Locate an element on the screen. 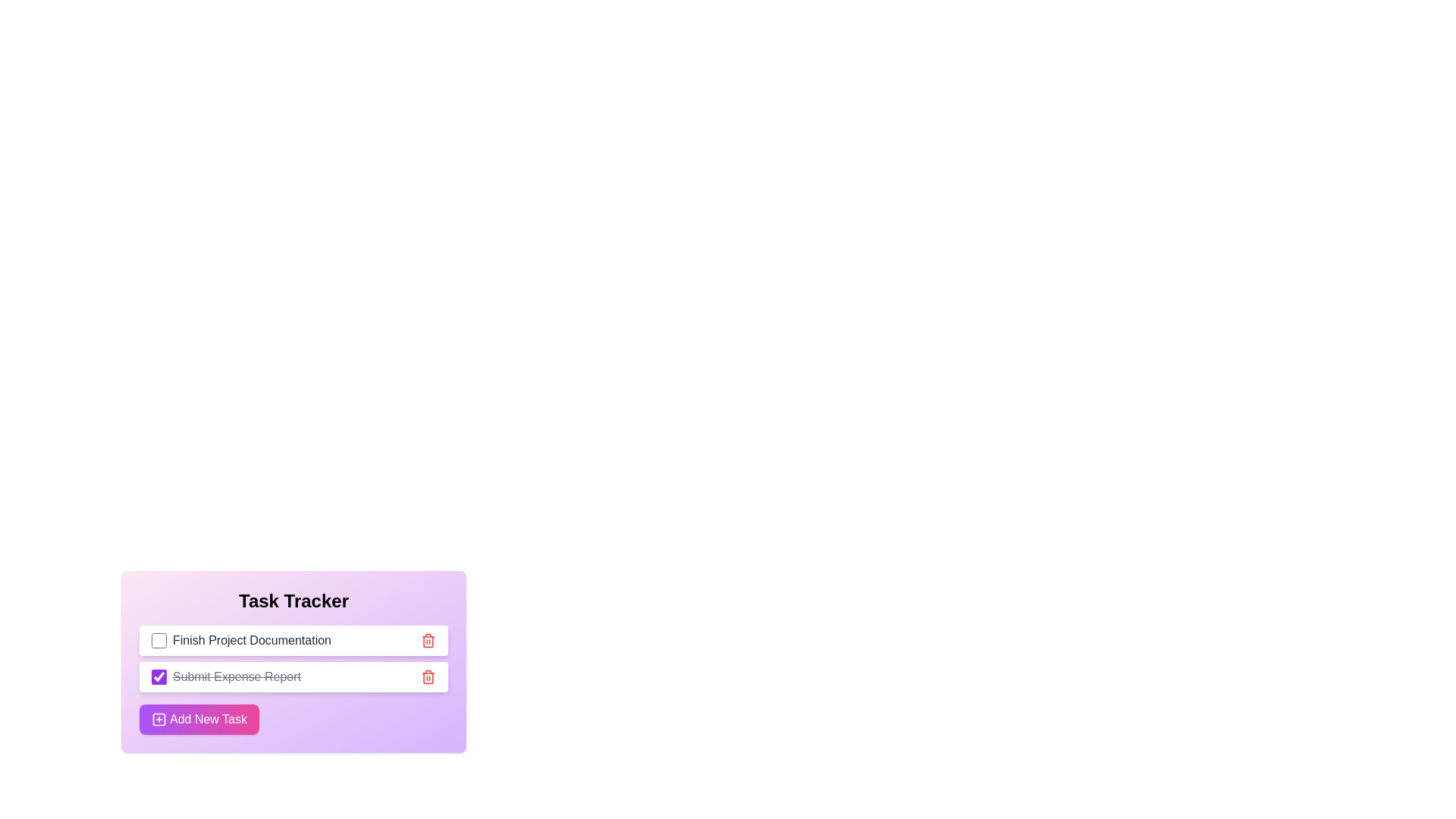 The image size is (1456, 819). the red trash icon on the right side of the task list entry labeled 'Finish Project Documentation' is located at coordinates (428, 640).